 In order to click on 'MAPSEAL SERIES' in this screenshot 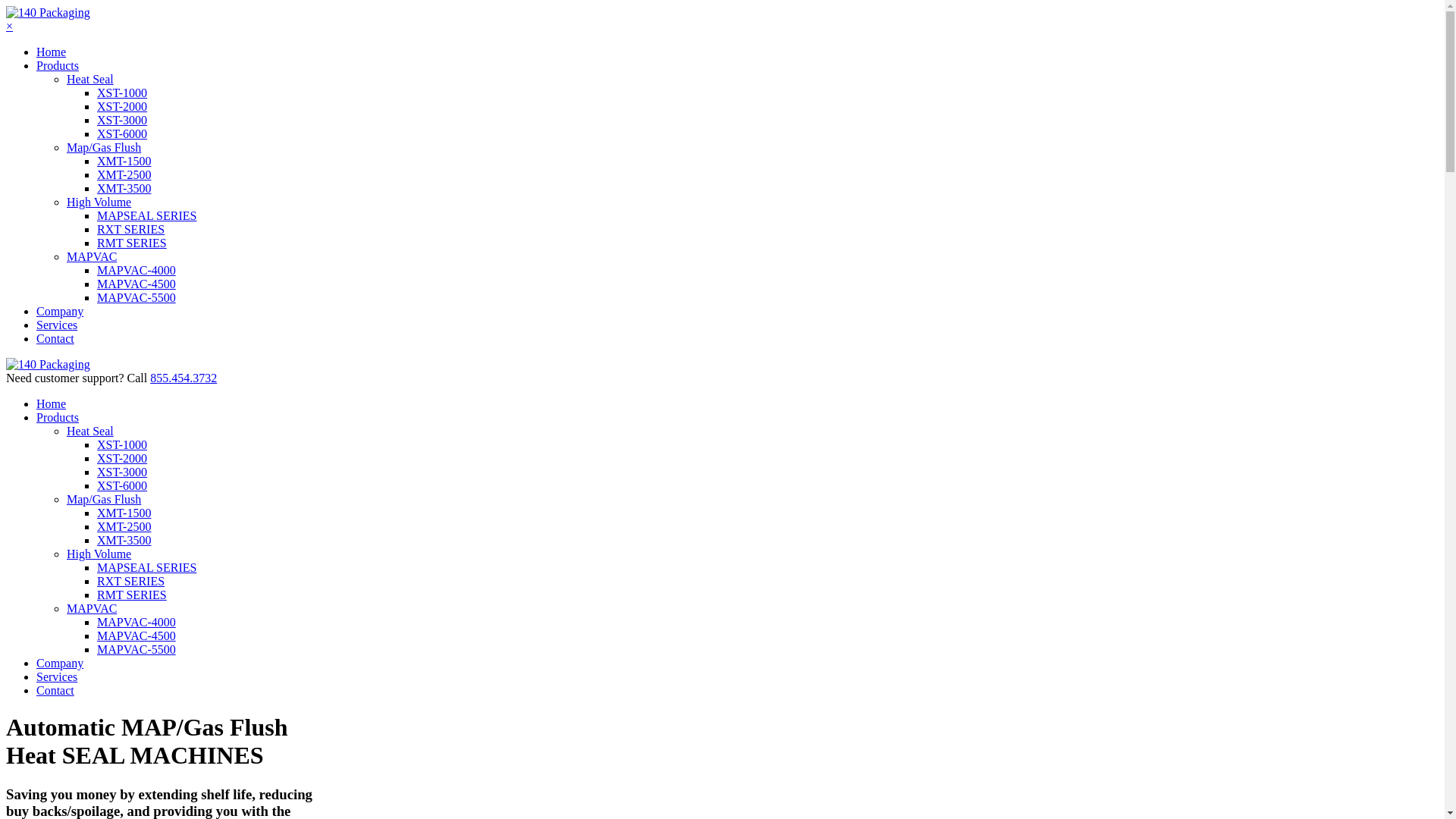, I will do `click(146, 567)`.